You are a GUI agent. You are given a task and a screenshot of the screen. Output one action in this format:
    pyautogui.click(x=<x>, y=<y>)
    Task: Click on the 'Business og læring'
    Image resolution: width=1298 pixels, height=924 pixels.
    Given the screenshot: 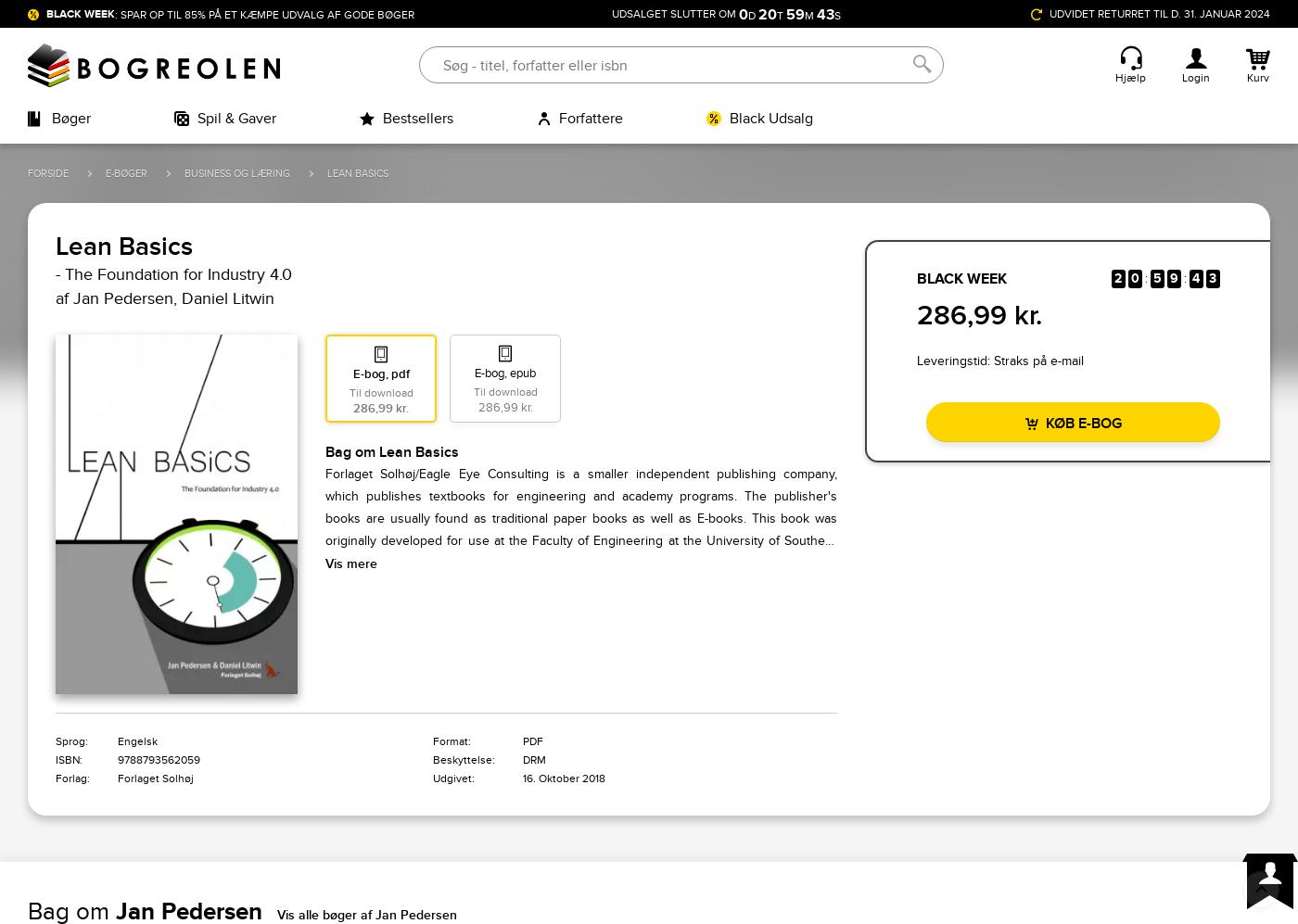 What is the action you would take?
    pyautogui.click(x=237, y=173)
    